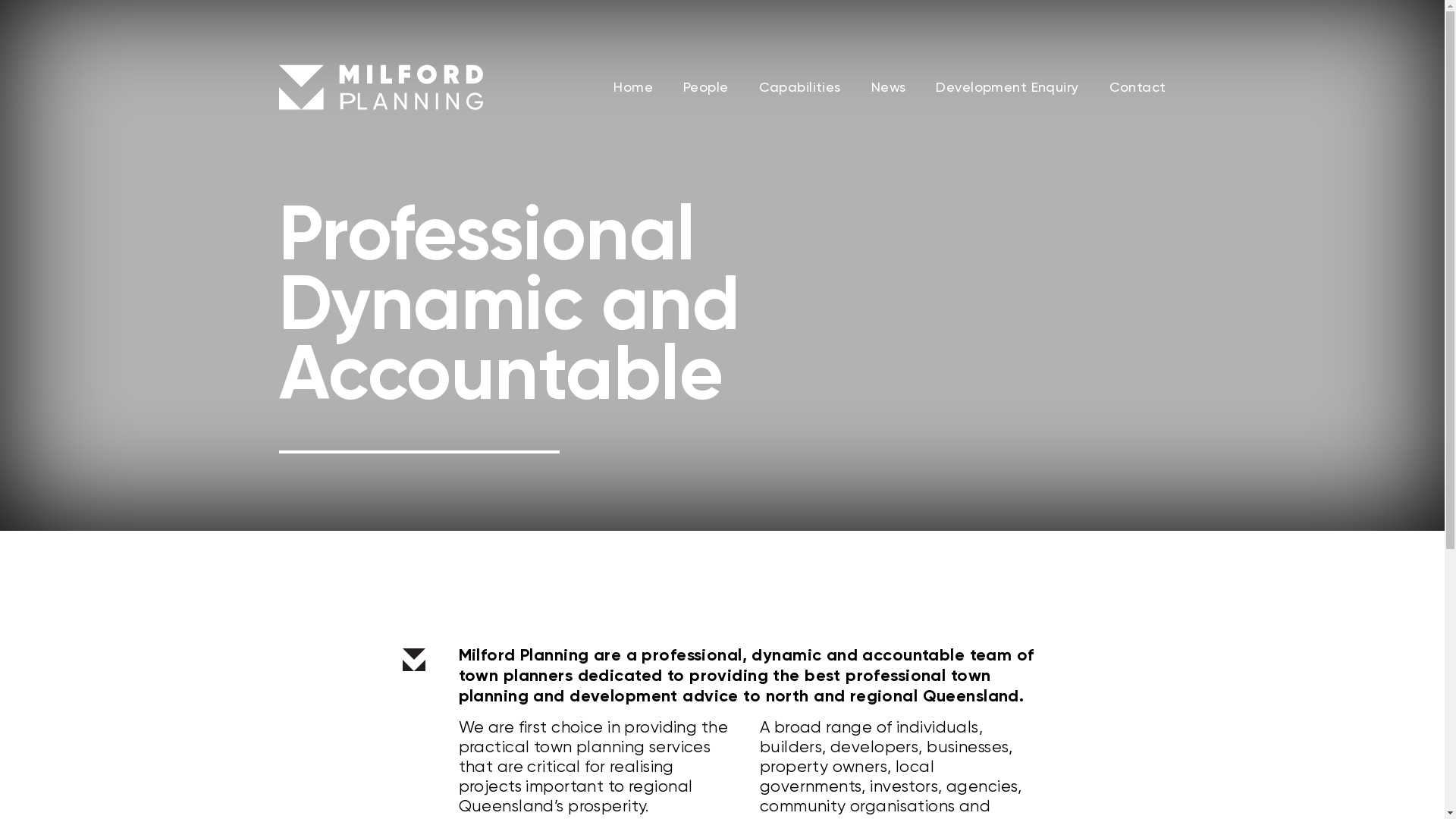  I want to click on 'People', so click(705, 87).